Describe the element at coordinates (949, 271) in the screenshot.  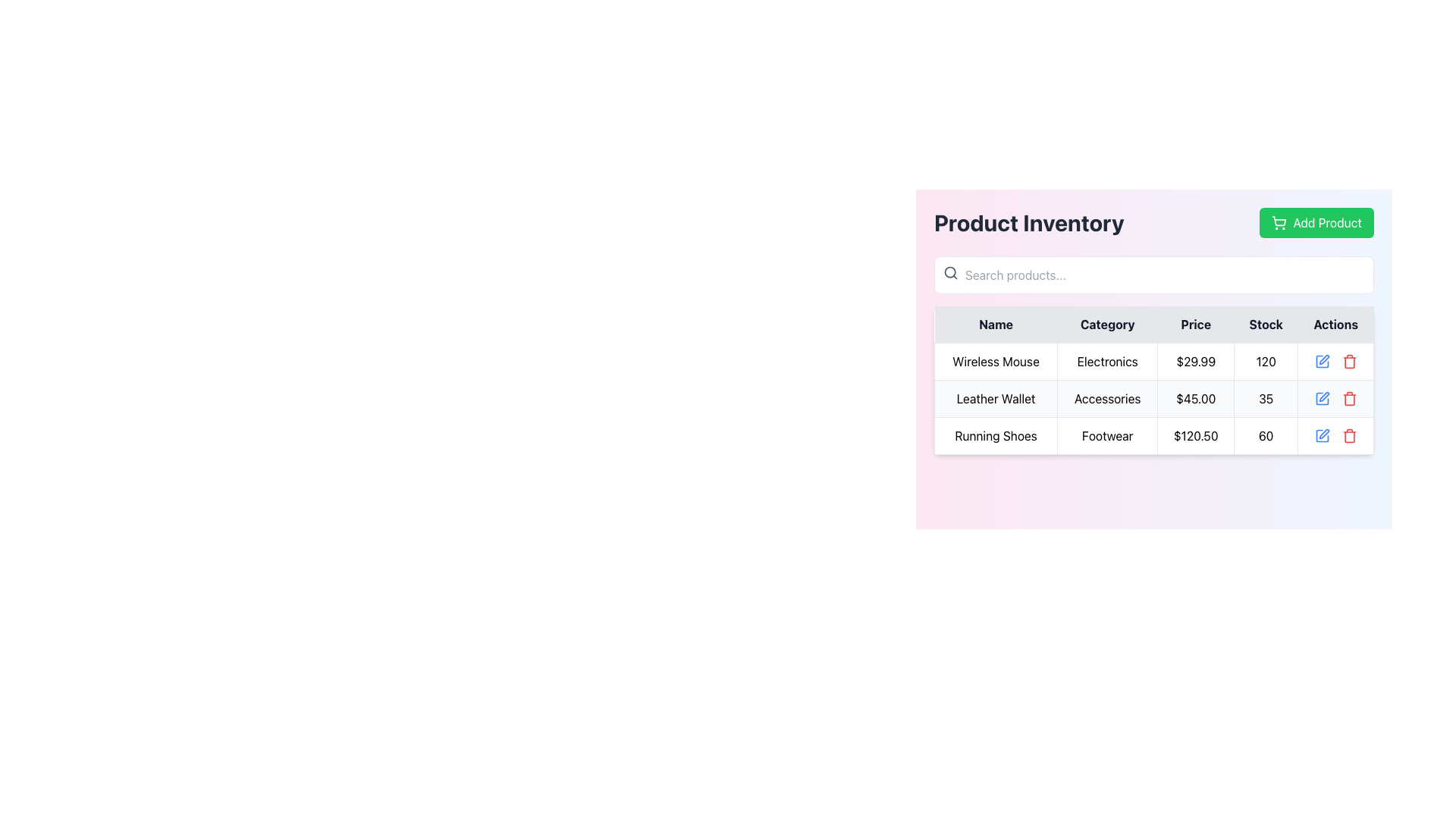
I see `the graphical SVG circle element that represents the lens of the magnifying glass in the search icon, located at the top-left corner of the search bar` at that location.